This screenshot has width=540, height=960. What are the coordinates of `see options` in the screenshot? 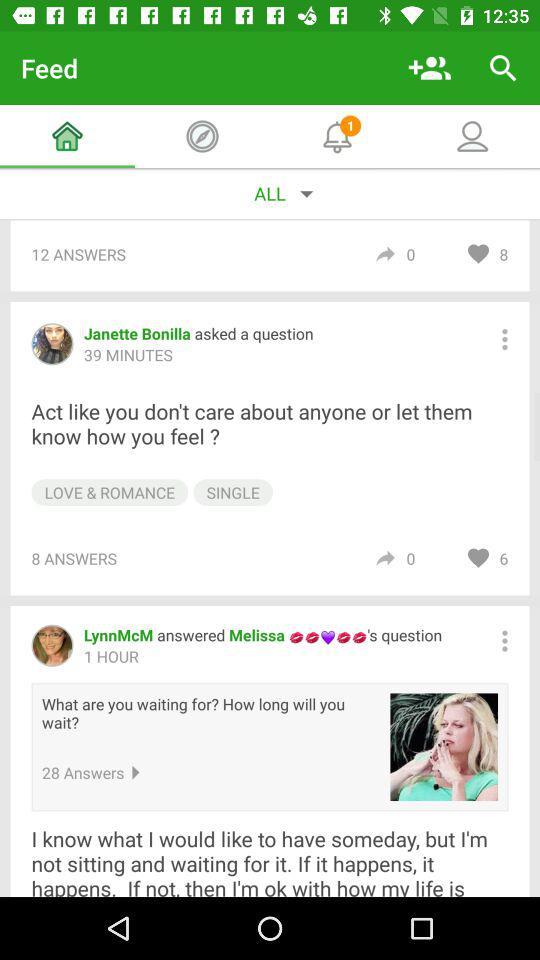 It's located at (503, 339).